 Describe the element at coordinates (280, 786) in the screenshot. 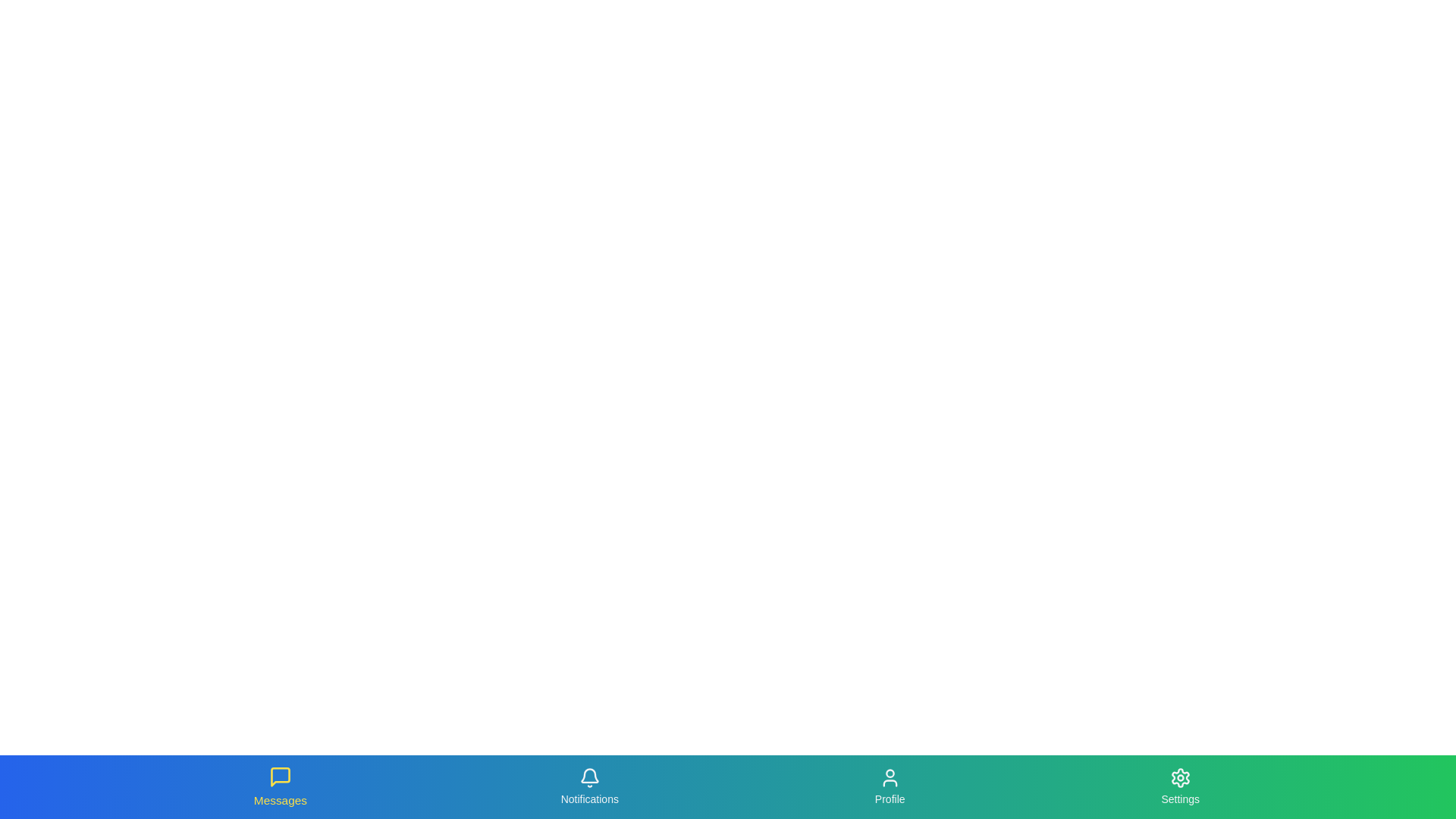

I see `the Messages tab to interact with it` at that location.